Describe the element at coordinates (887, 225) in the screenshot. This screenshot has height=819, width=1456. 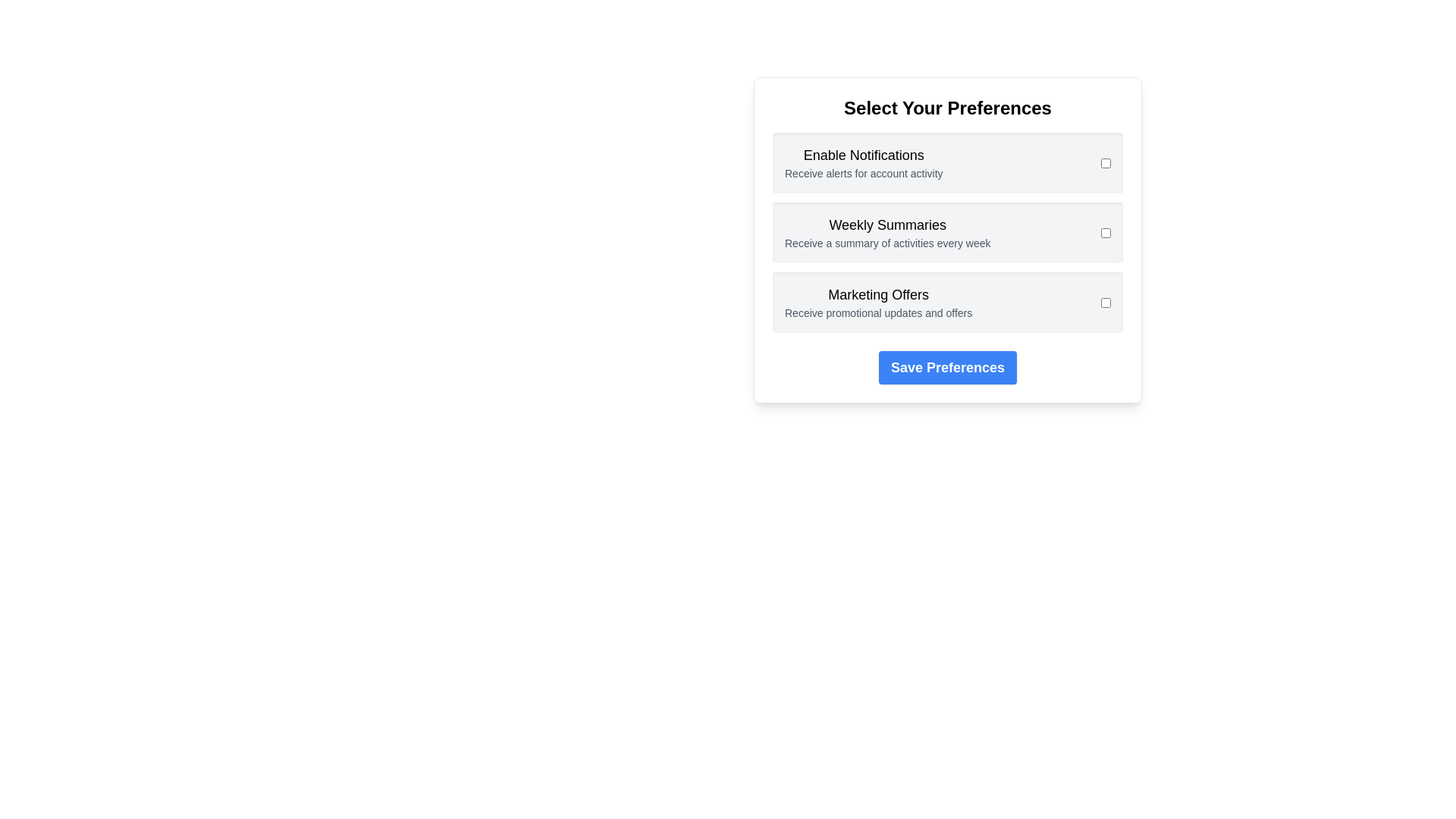
I see `the text Weekly Summaries for interaction` at that location.